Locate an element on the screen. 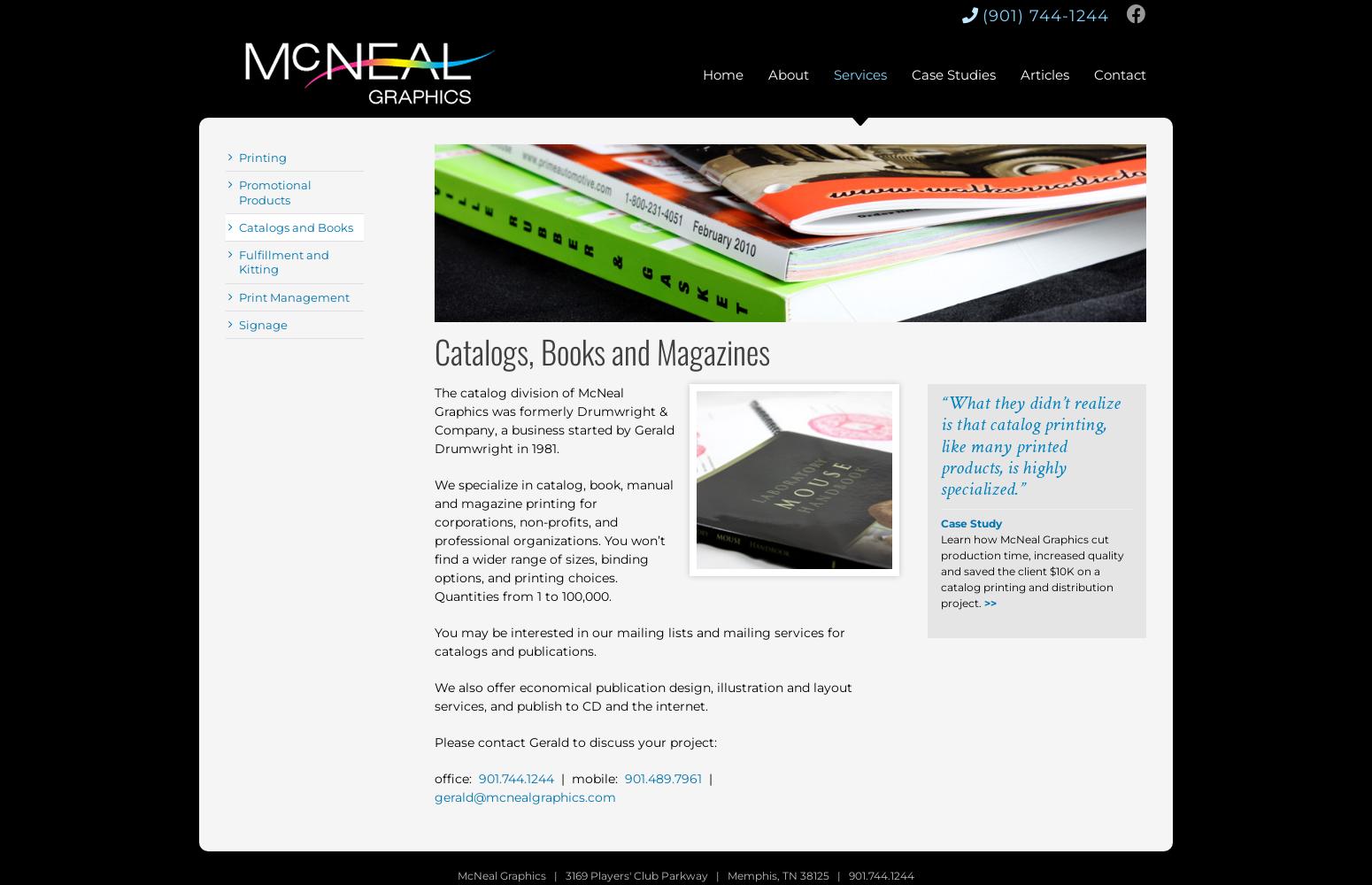 This screenshot has height=885, width=1372. 'Signage' is located at coordinates (263, 323).